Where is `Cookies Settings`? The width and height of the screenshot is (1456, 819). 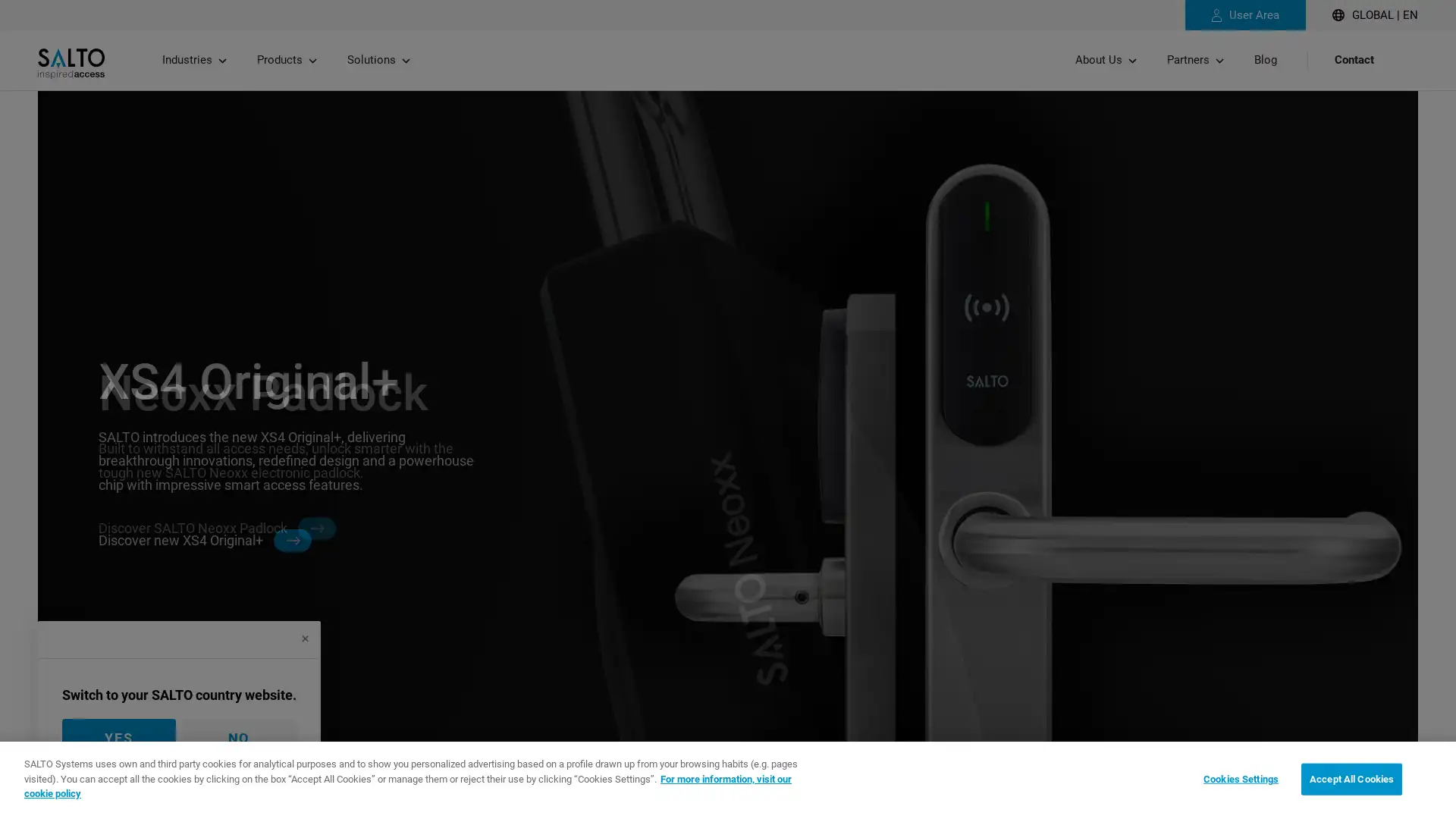
Cookies Settings is located at coordinates (1241, 778).